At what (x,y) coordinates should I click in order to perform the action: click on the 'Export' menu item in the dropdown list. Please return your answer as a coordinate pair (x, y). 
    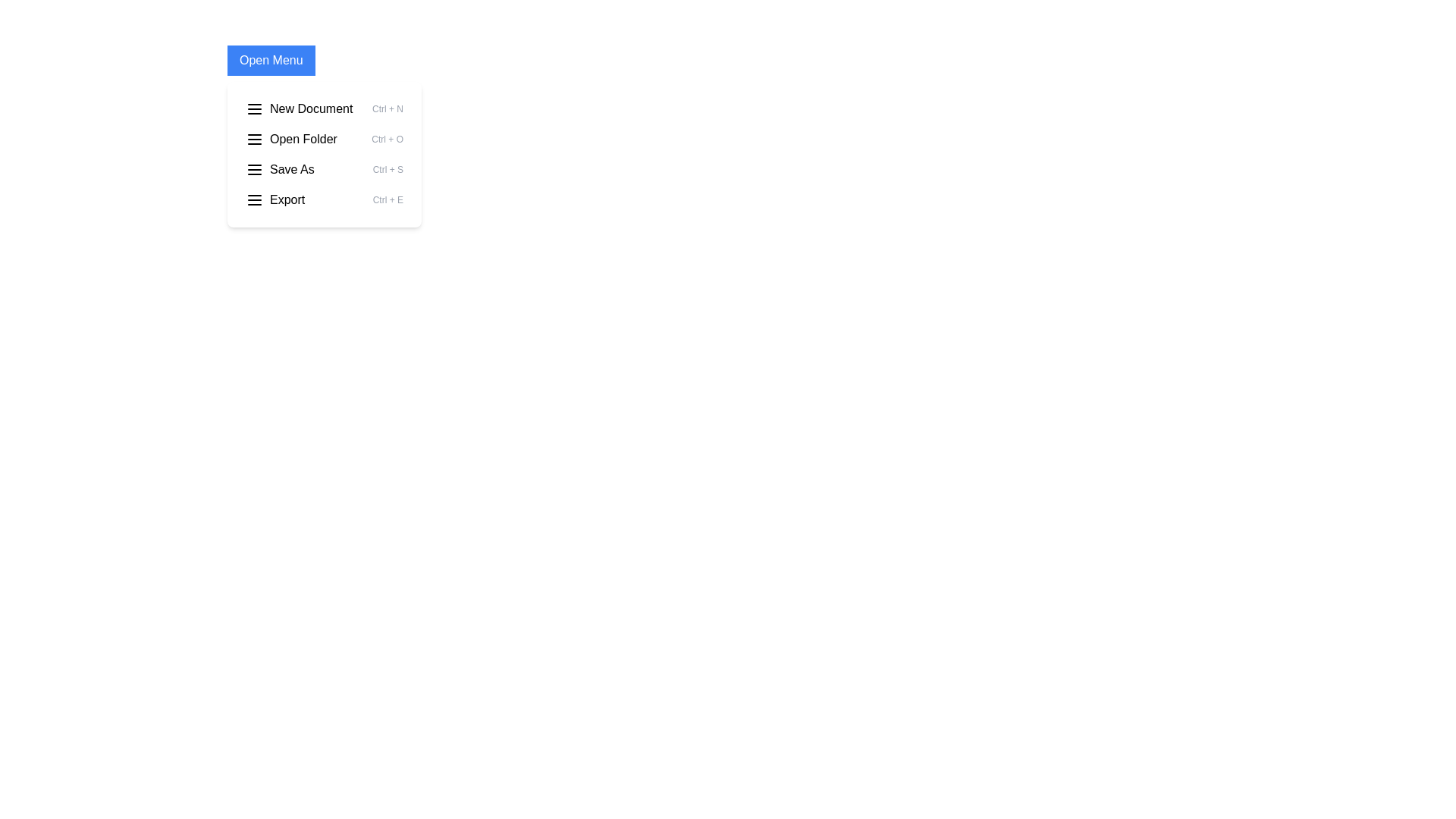
    Looking at the image, I should click on (323, 199).